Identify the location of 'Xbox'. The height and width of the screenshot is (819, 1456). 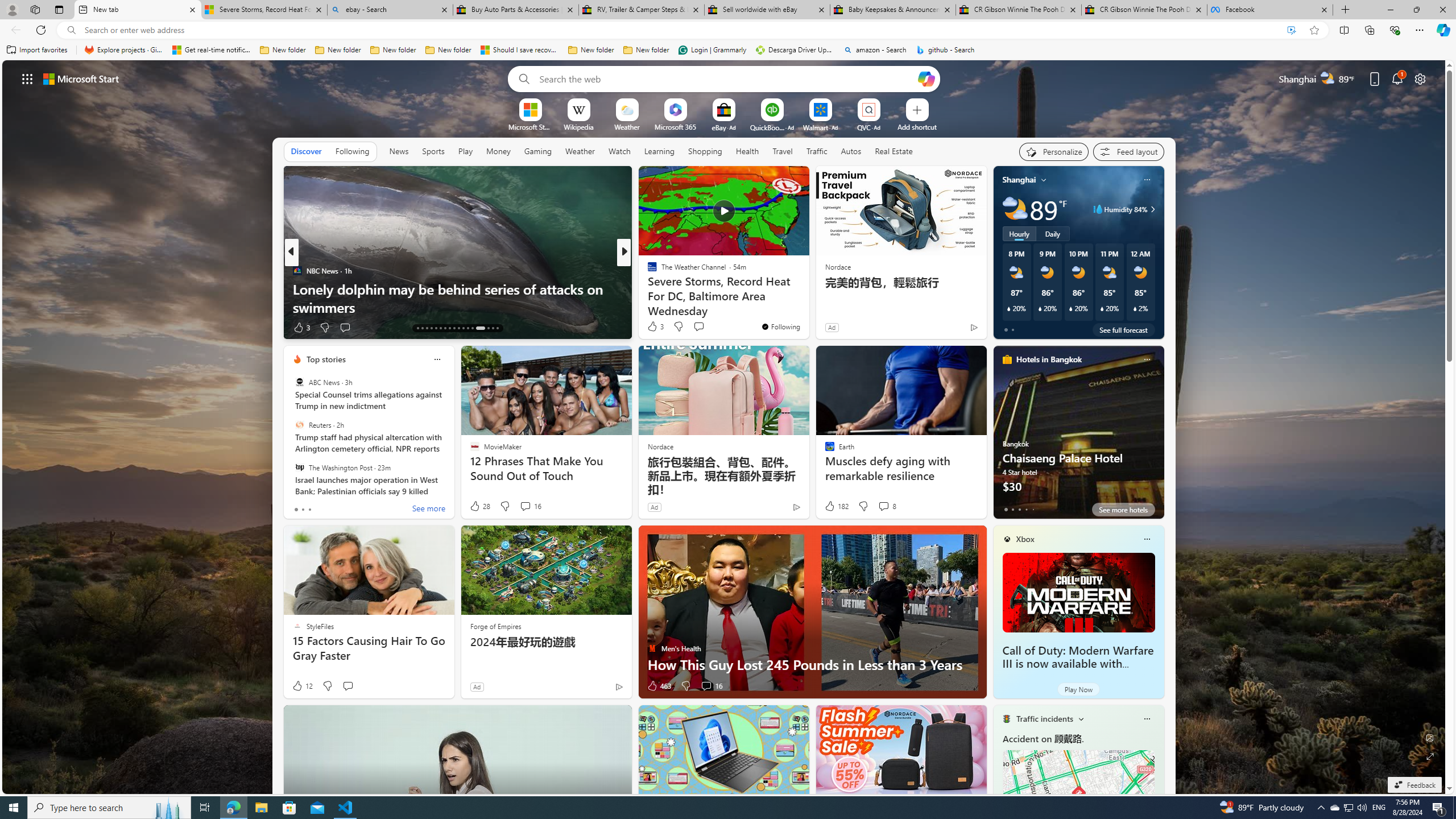
(1025, 539).